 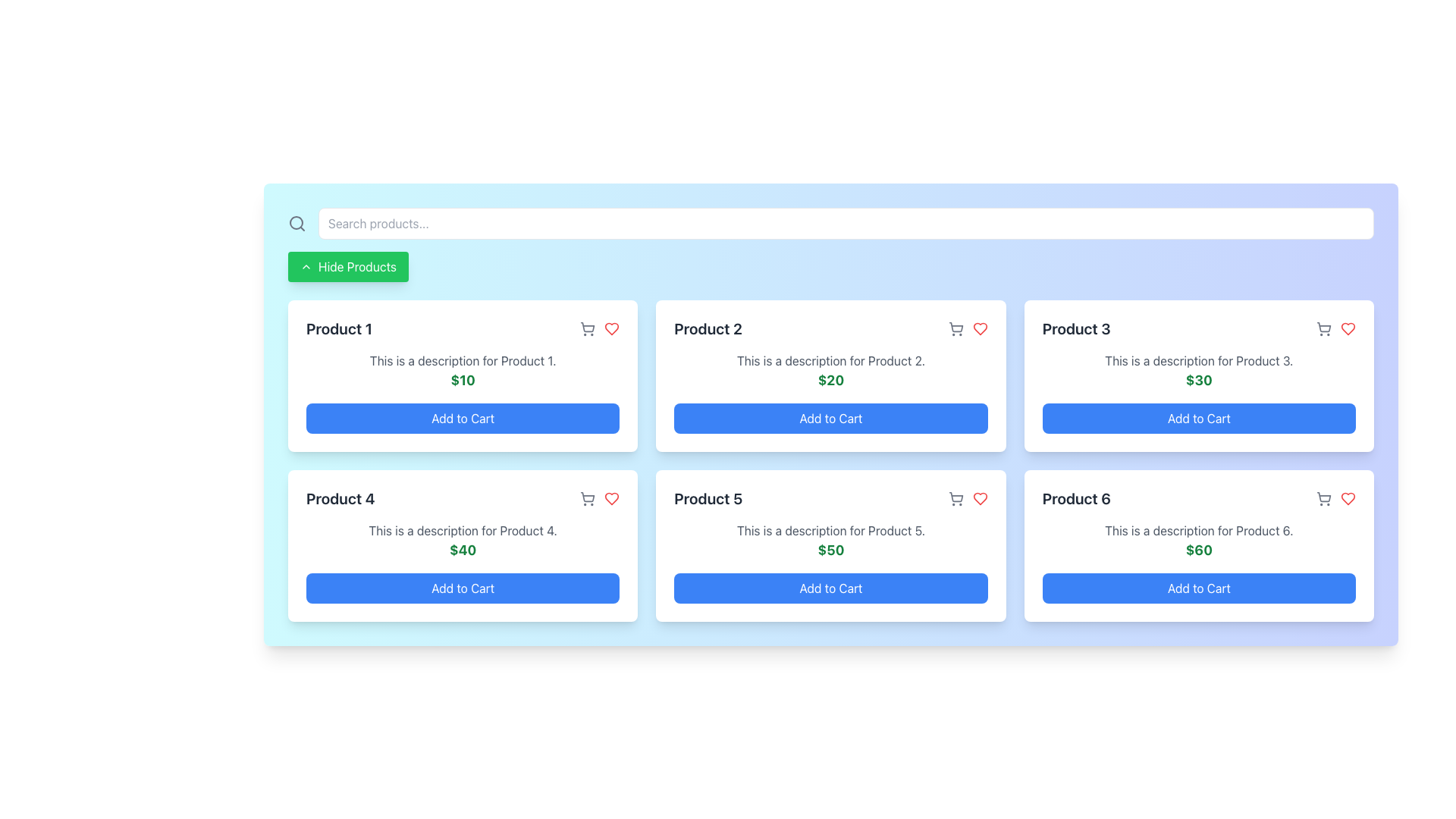 What do you see at coordinates (338, 328) in the screenshot?
I see `the static text label that displays 'Product 1', which is styled with an extra-large bold font in dark gray, located in the top-left section of the first product card` at bounding box center [338, 328].